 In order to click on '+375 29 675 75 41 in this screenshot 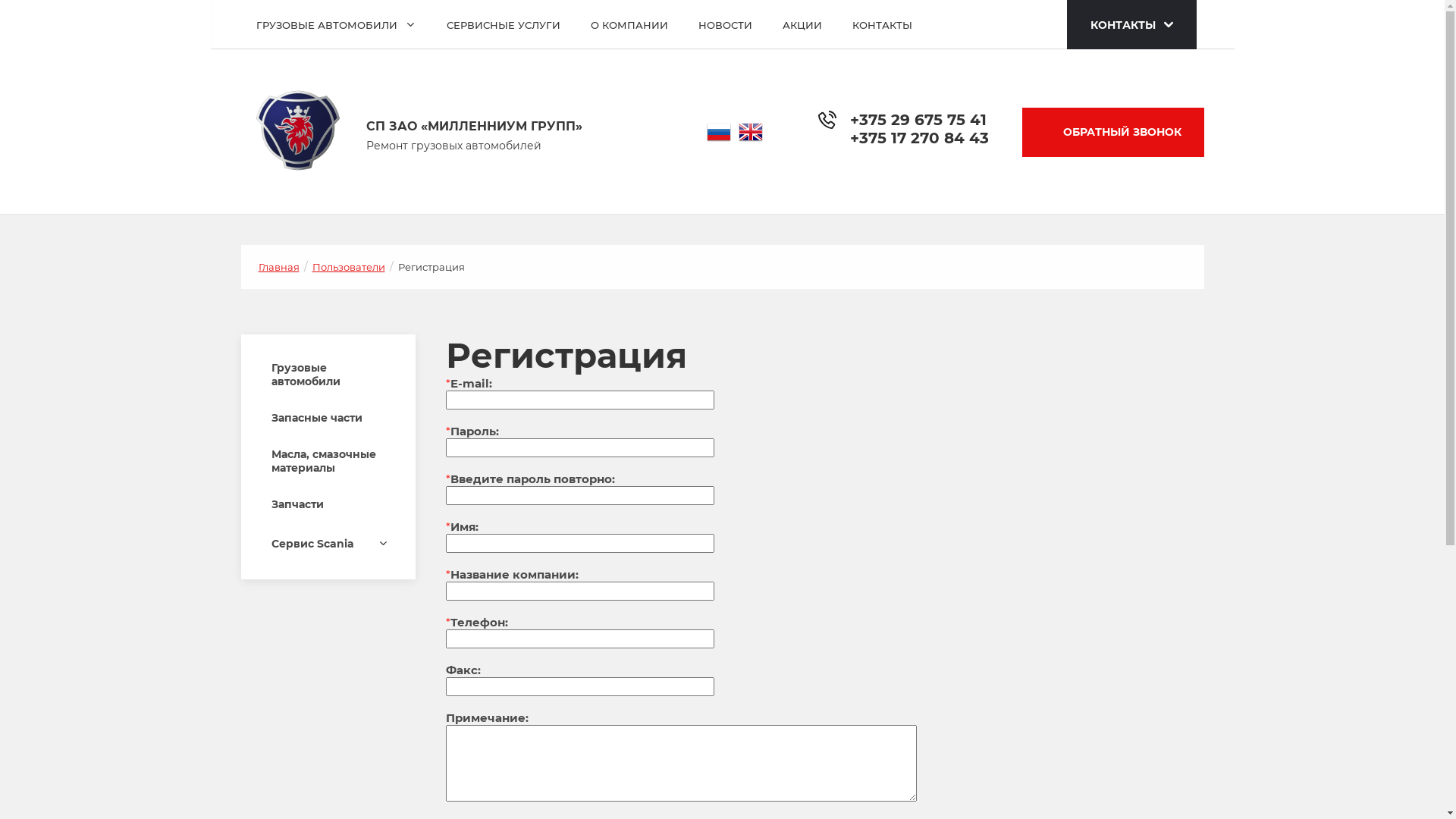, I will do `click(918, 127)`.